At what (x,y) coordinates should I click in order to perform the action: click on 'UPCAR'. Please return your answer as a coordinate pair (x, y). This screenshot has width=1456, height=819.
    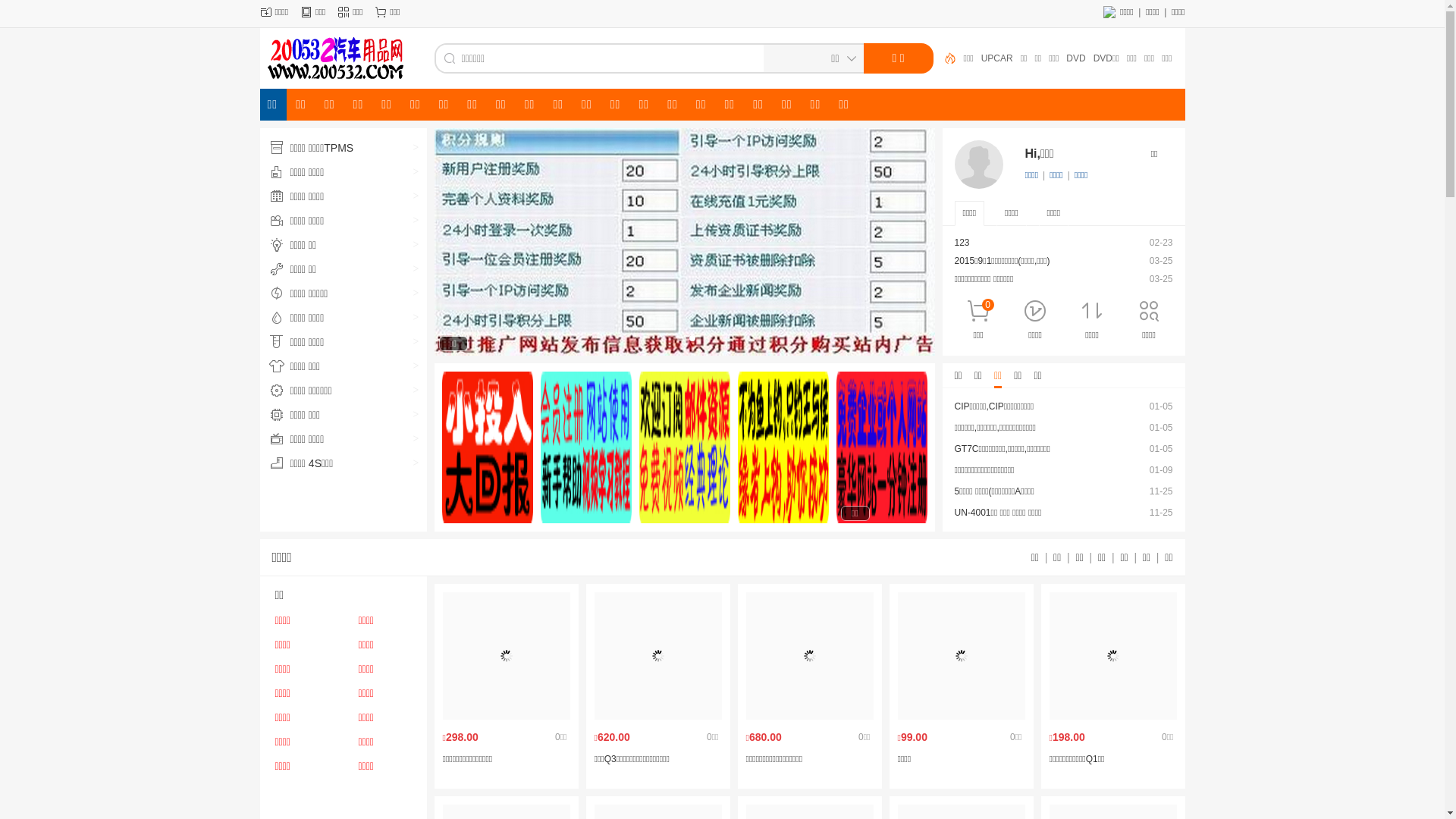
    Looking at the image, I should click on (1028, 58).